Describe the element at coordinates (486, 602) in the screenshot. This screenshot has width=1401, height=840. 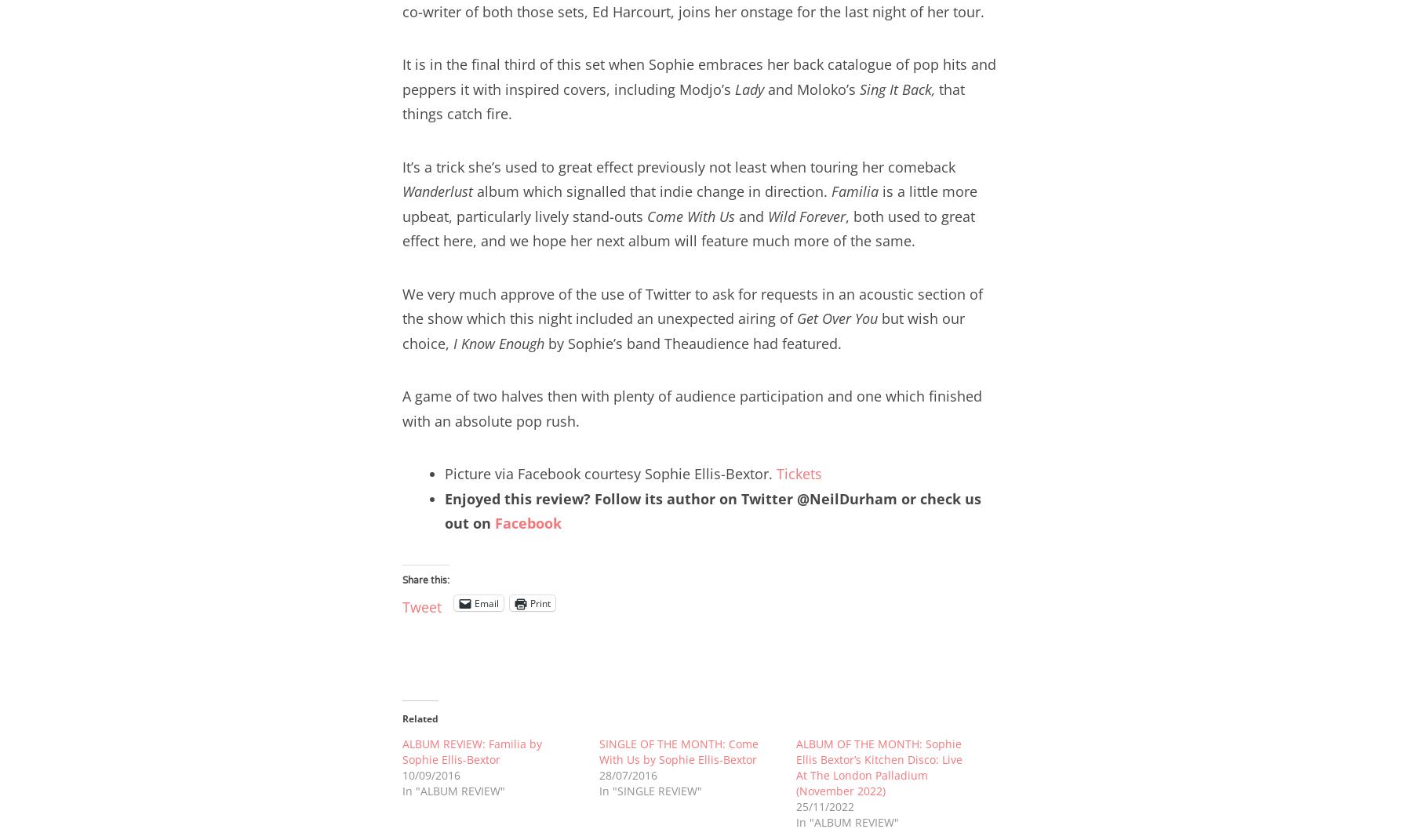
I see `'Email'` at that location.